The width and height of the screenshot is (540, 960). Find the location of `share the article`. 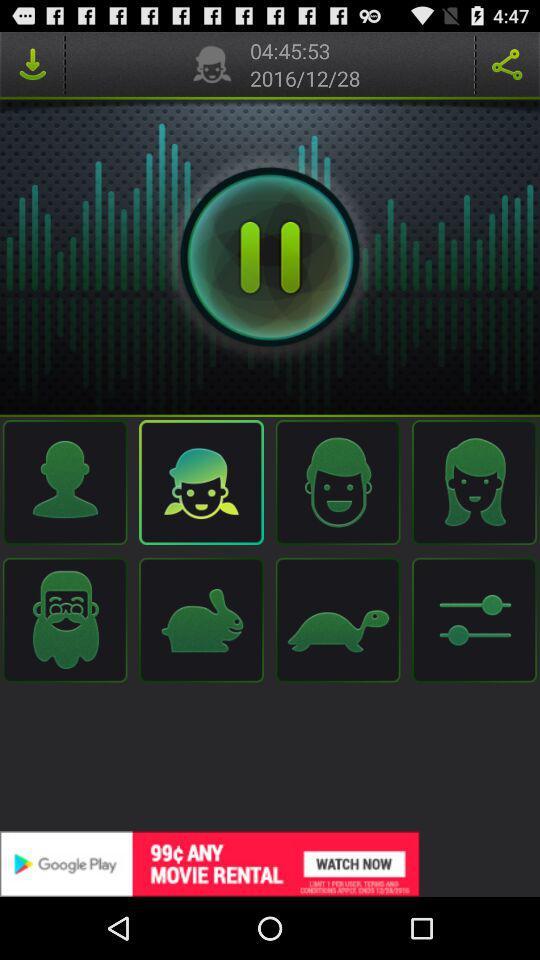

share the article is located at coordinates (507, 64).